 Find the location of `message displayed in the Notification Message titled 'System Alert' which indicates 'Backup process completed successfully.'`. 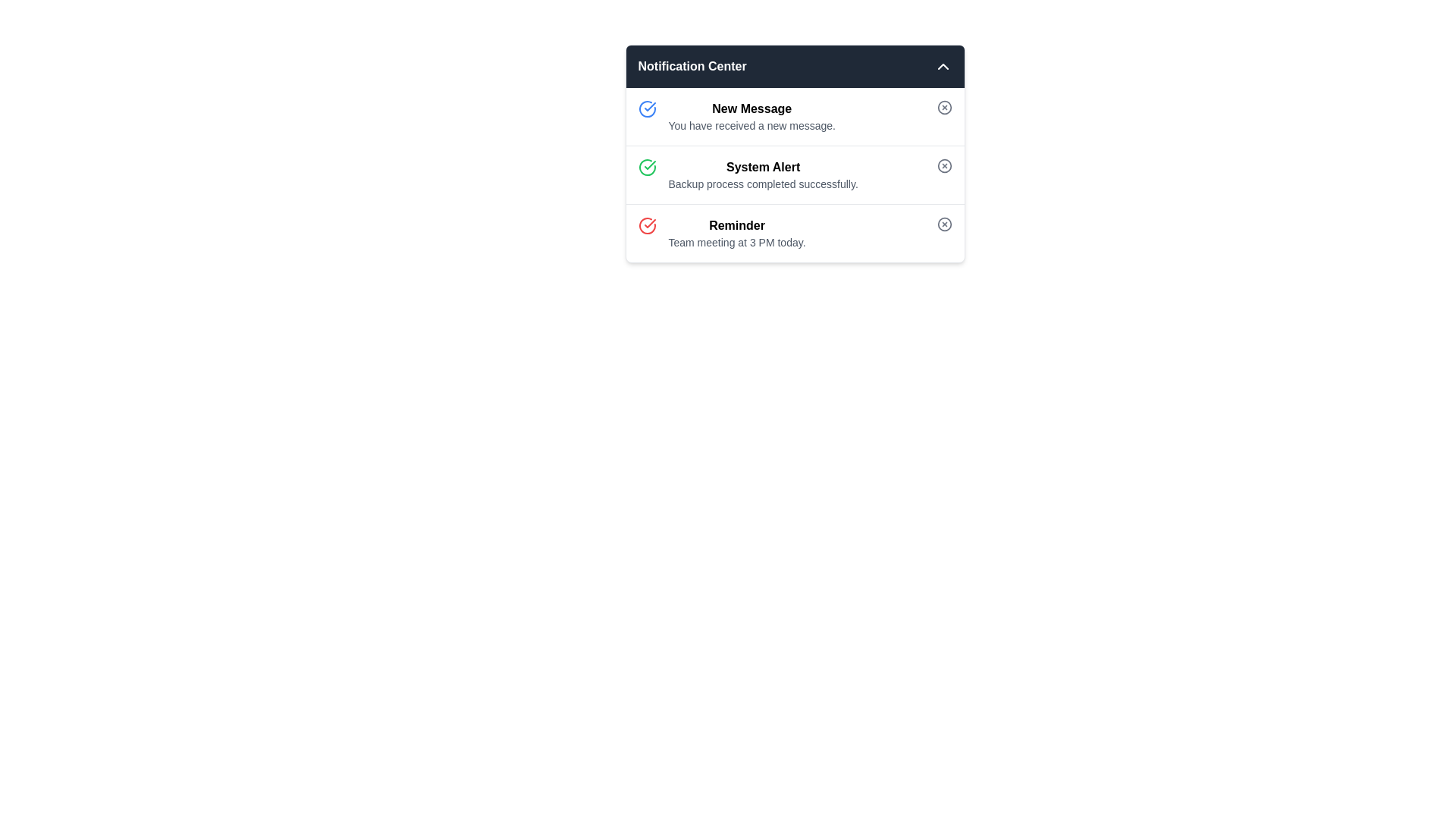

message displayed in the Notification Message titled 'System Alert' which indicates 'Backup process completed successfully.' is located at coordinates (763, 174).